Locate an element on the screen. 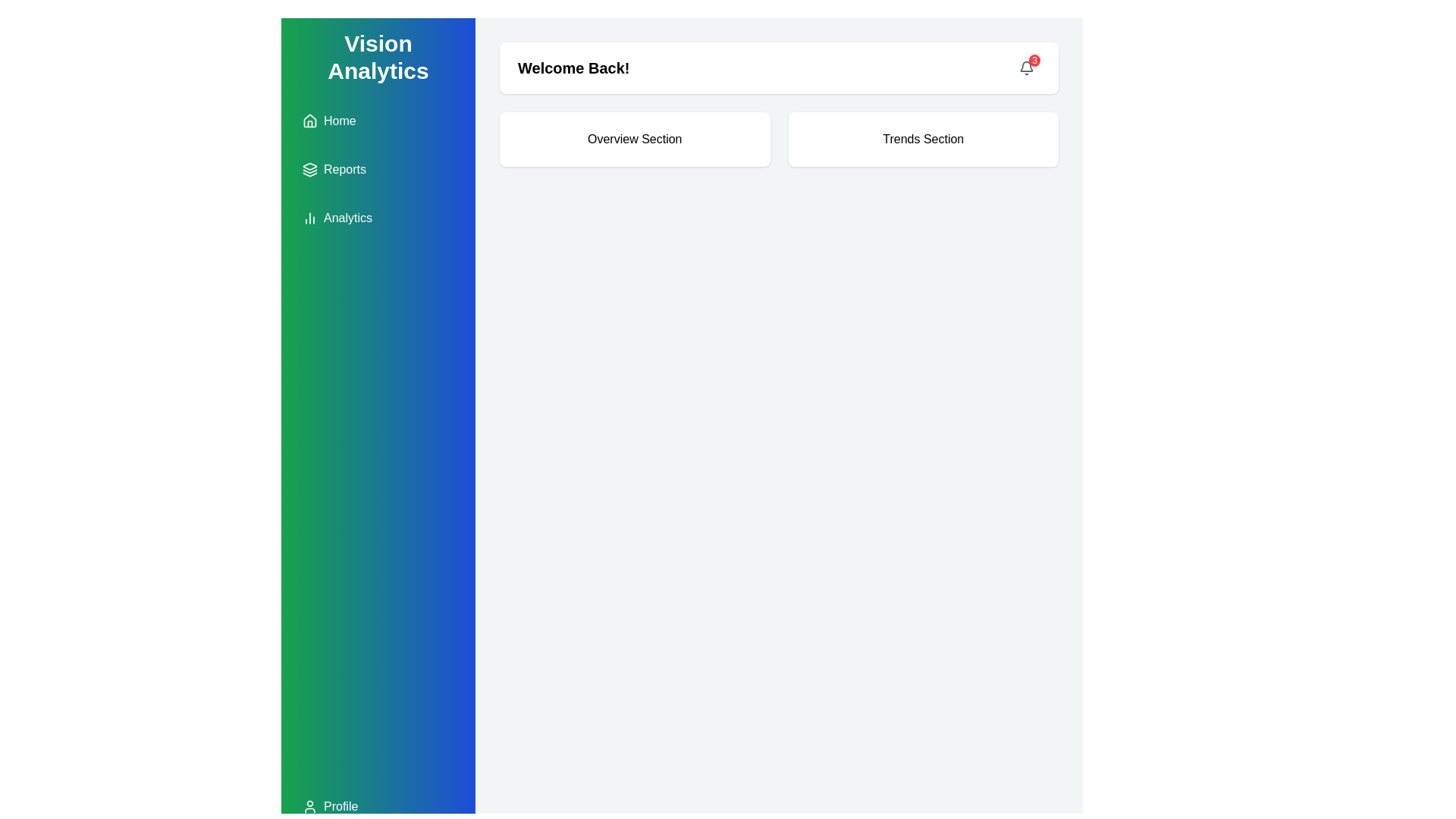 The image size is (1456, 819). the decorative 'Reports' icon which visually represents the 'Reports' menu item, positioned to the left of the text 'Reports' is located at coordinates (309, 169).